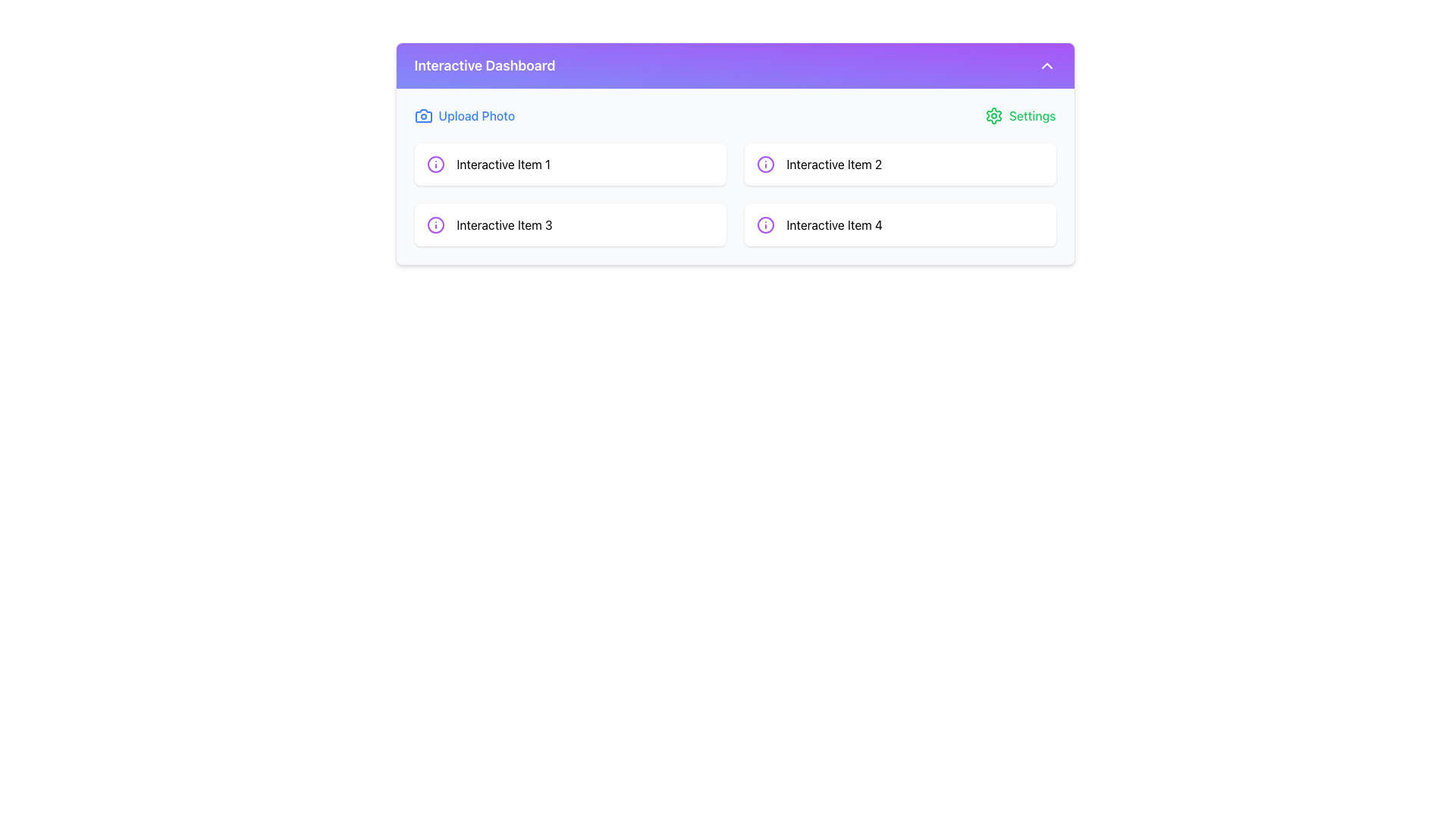 This screenshot has width=1456, height=819. I want to click on the 'Settings' button, which is a green text label located in the top-right corner of the 'Upload Photo Settings' section, positioned next to a gear-shaped icon, so click(1020, 115).